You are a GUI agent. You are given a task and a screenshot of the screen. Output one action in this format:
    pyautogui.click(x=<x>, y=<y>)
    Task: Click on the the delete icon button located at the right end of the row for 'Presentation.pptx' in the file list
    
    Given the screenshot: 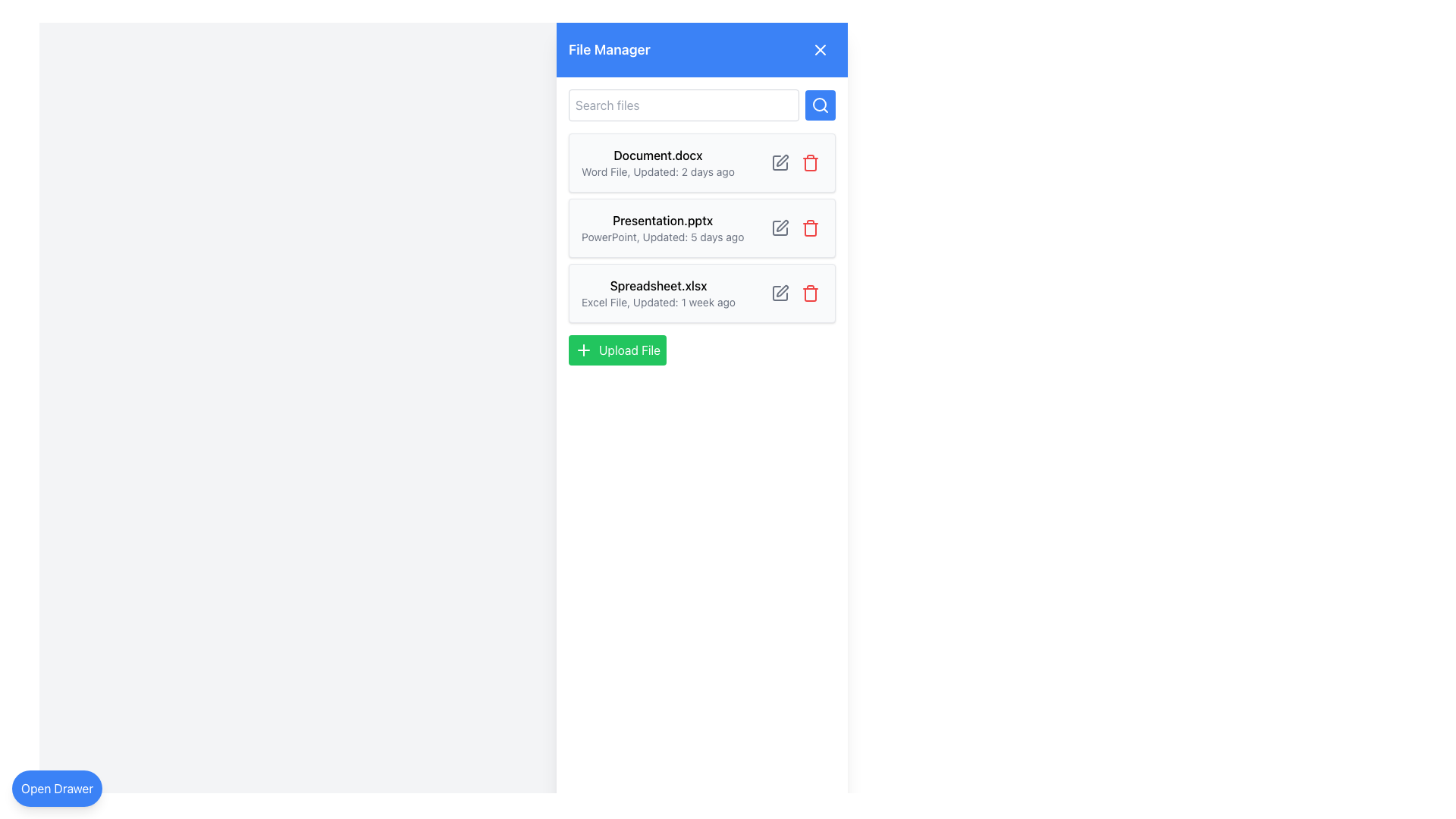 What is the action you would take?
    pyautogui.click(x=810, y=227)
    